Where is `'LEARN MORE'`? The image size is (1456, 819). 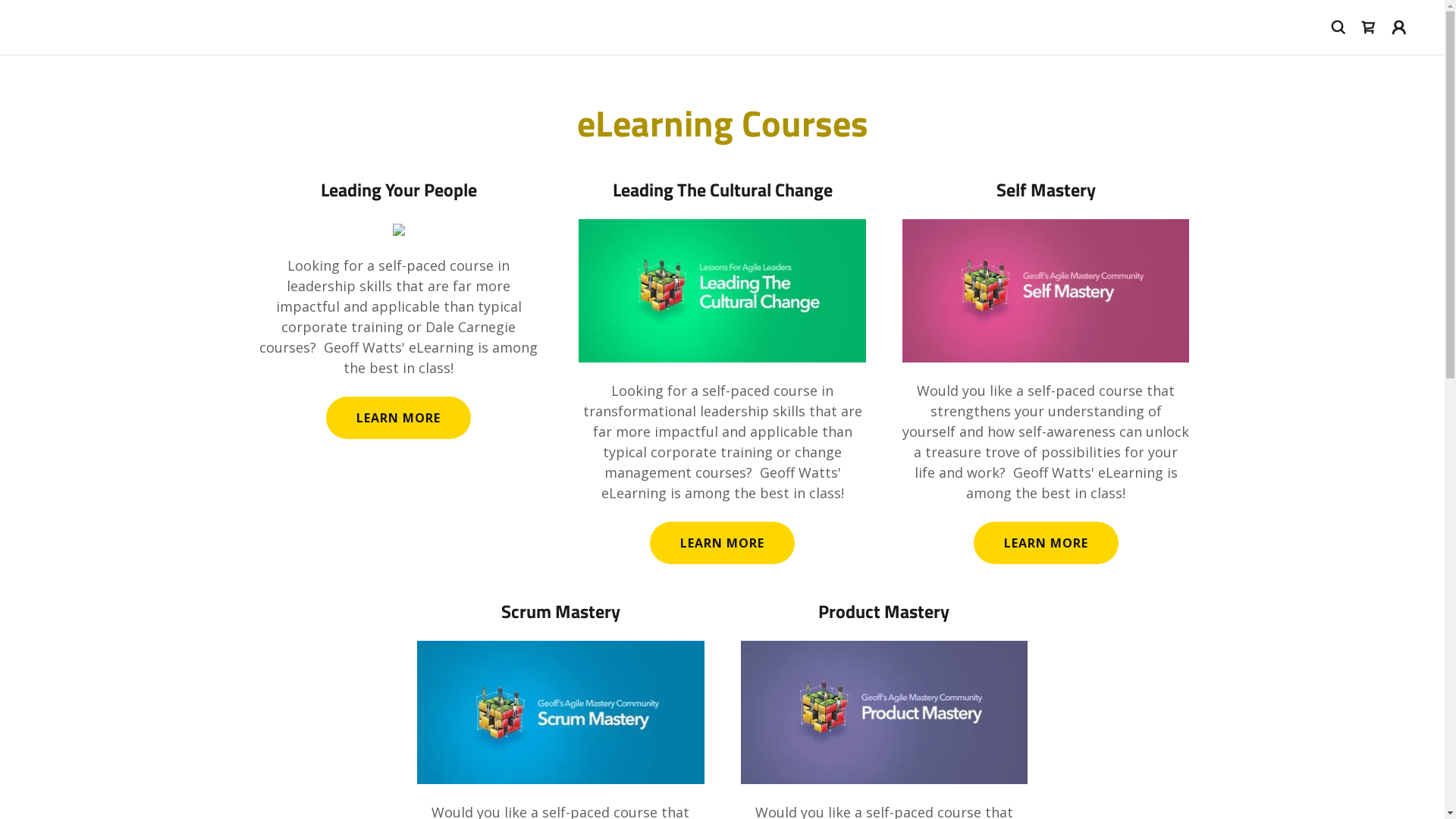 'LEARN MORE' is located at coordinates (1045, 542).